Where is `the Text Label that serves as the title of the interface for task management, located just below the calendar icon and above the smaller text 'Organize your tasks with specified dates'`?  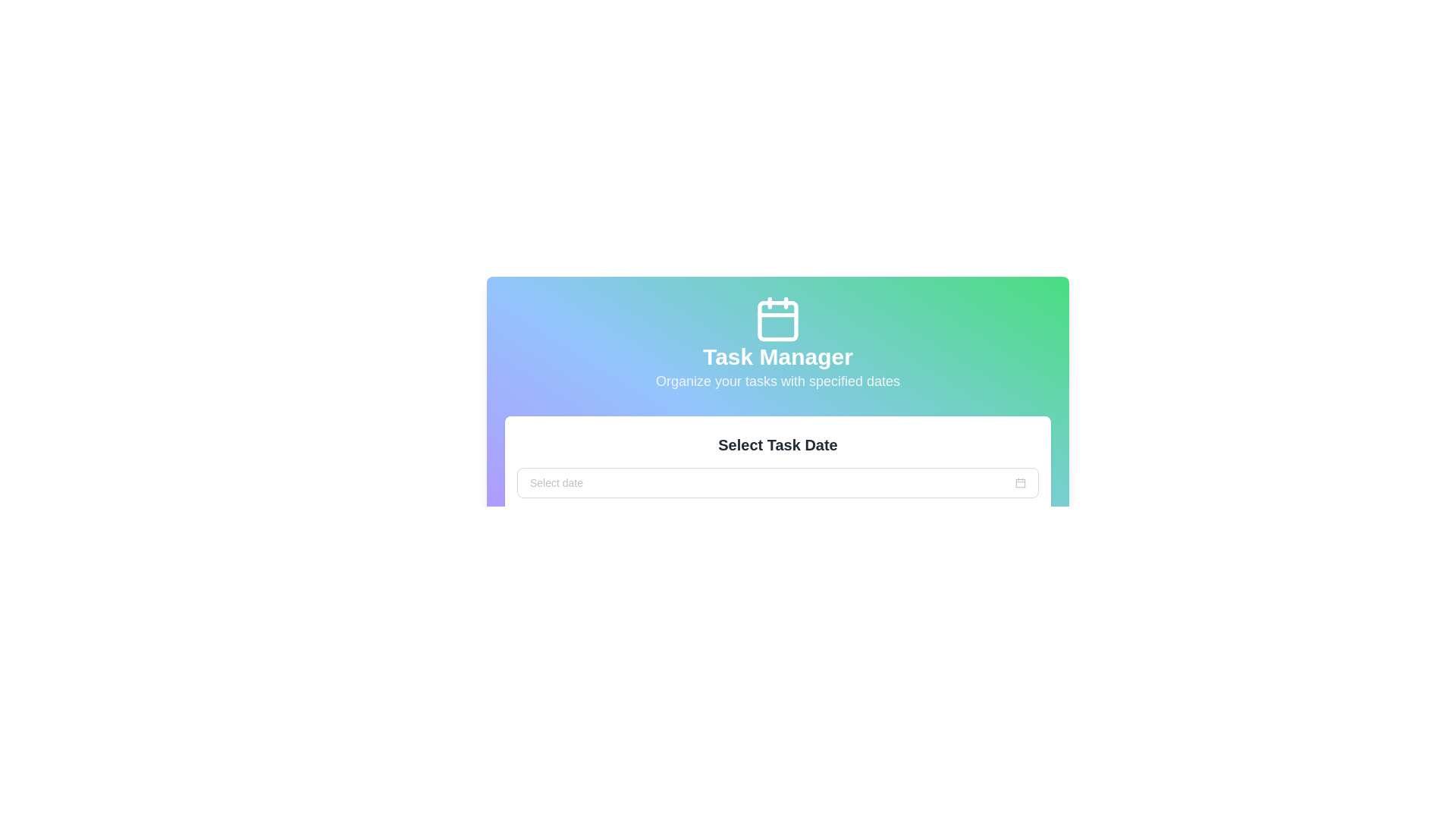
the Text Label that serves as the title of the interface for task management, located just below the calendar icon and above the smaller text 'Organize your tasks with specified dates' is located at coordinates (778, 356).